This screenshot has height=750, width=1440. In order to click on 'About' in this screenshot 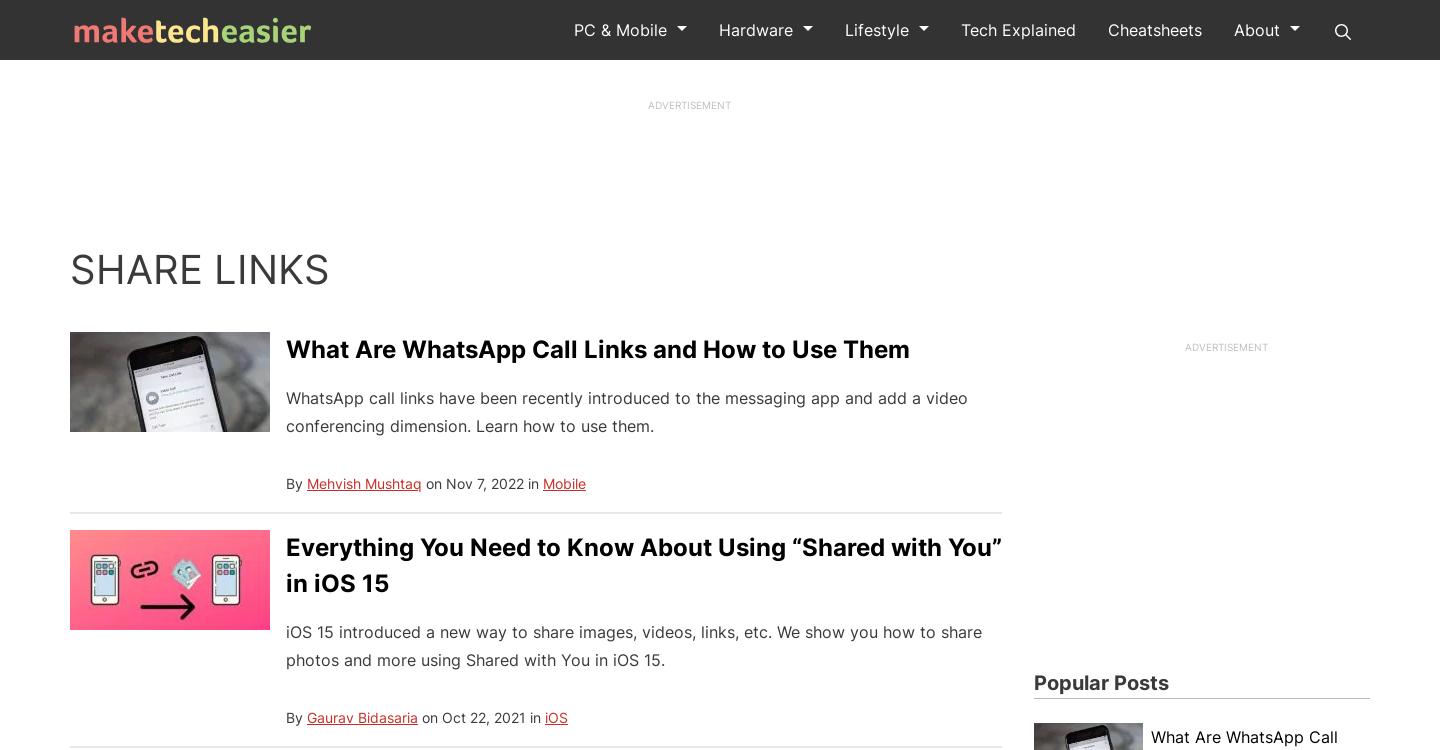, I will do `click(1255, 30)`.